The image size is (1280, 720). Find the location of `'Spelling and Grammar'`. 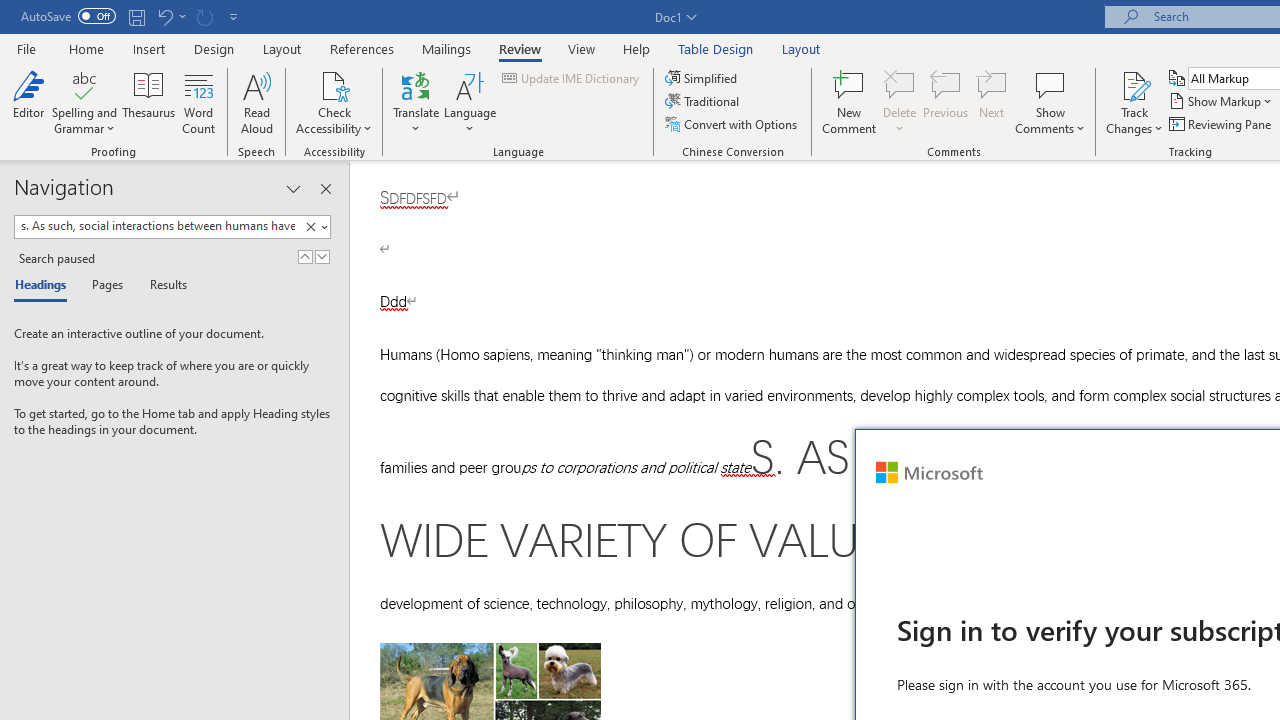

'Spelling and Grammar' is located at coordinates (84, 84).